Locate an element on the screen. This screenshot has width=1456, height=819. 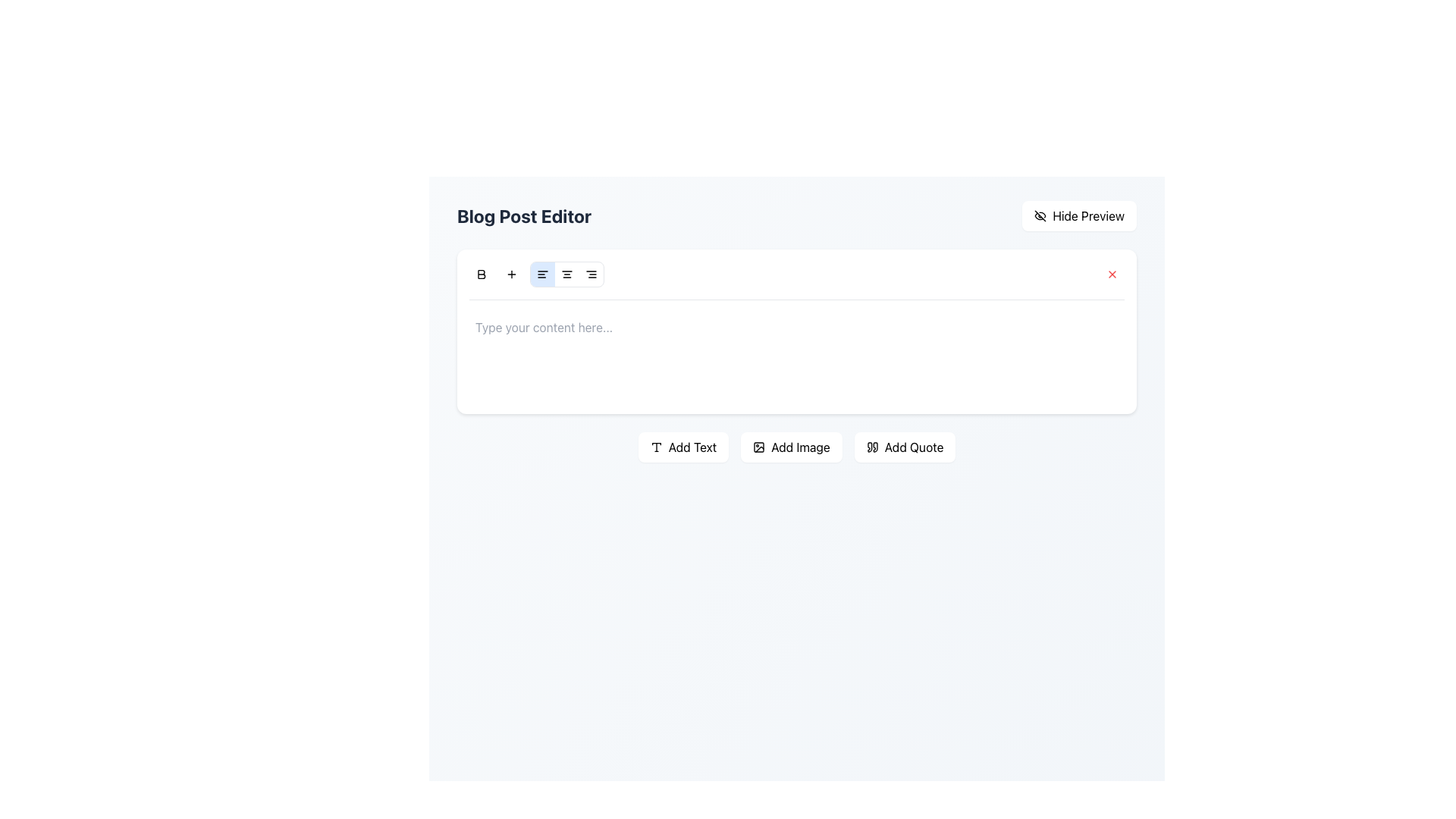
the rounded rectangle SVG element, which is part of an SVG icon and measures 18x18 pixels with rounded corners is located at coordinates (759, 447).